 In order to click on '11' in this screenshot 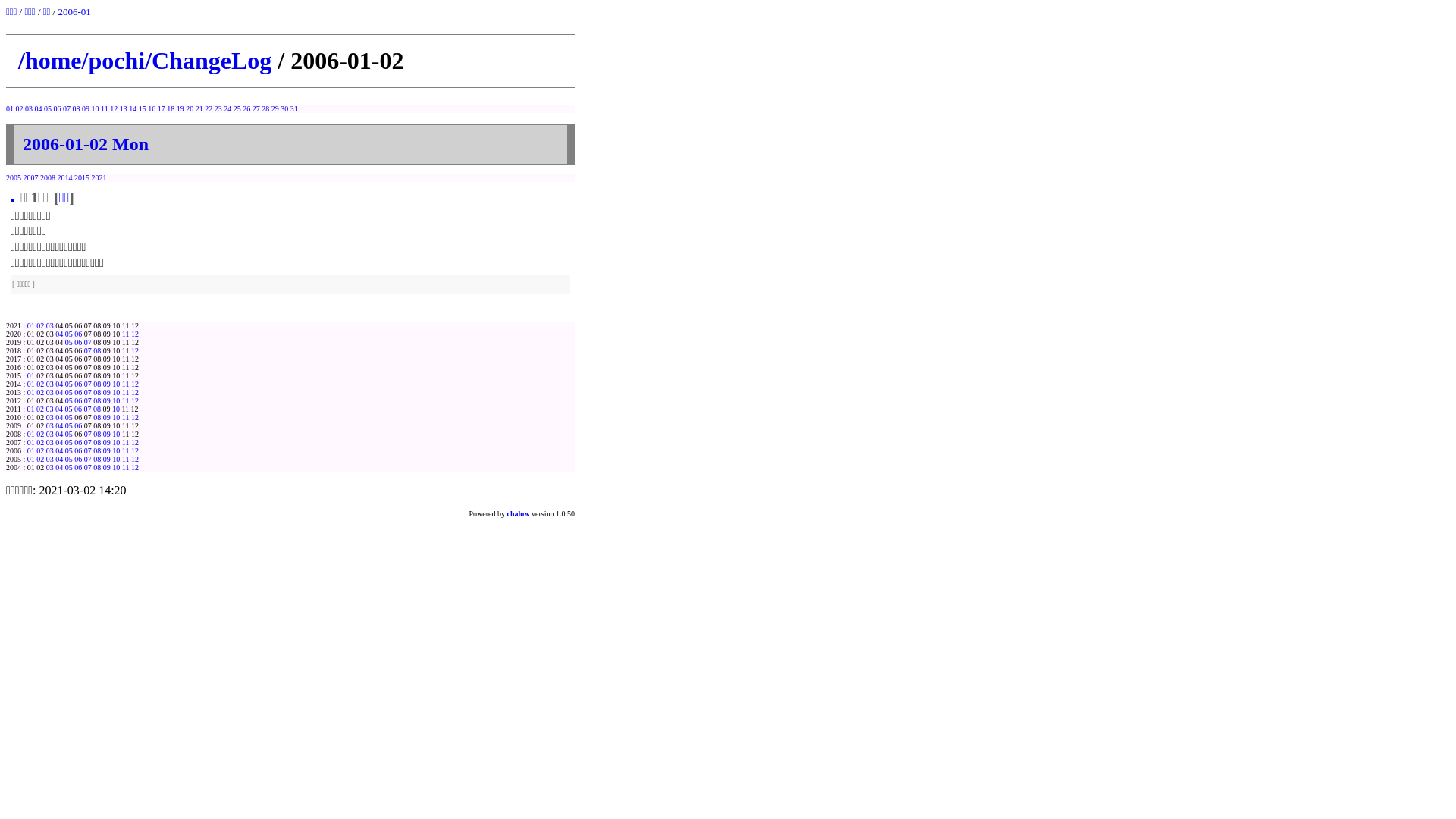, I will do `click(126, 383)`.